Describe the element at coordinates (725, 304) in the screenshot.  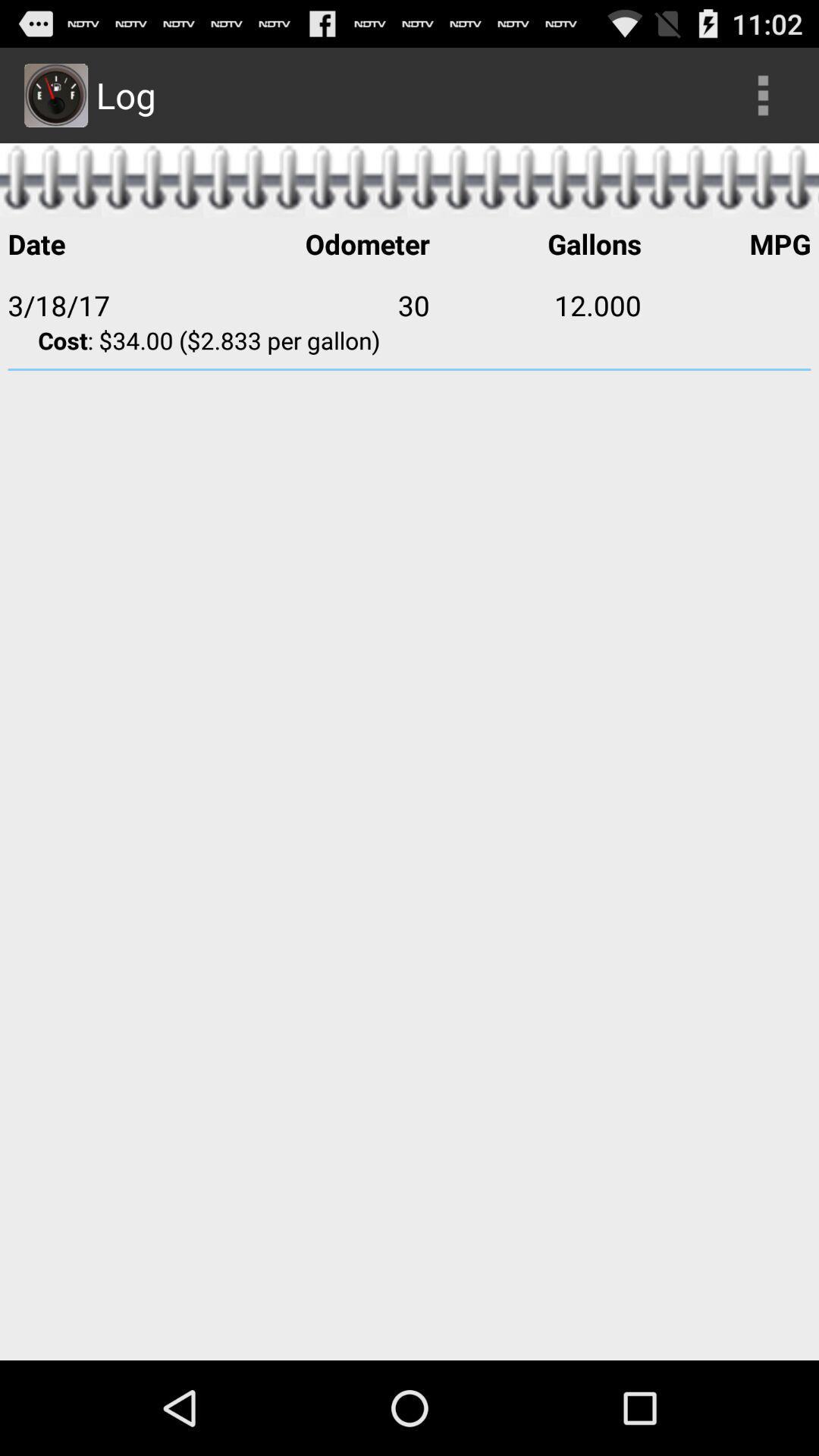
I see `the app to the right of 12.000` at that location.